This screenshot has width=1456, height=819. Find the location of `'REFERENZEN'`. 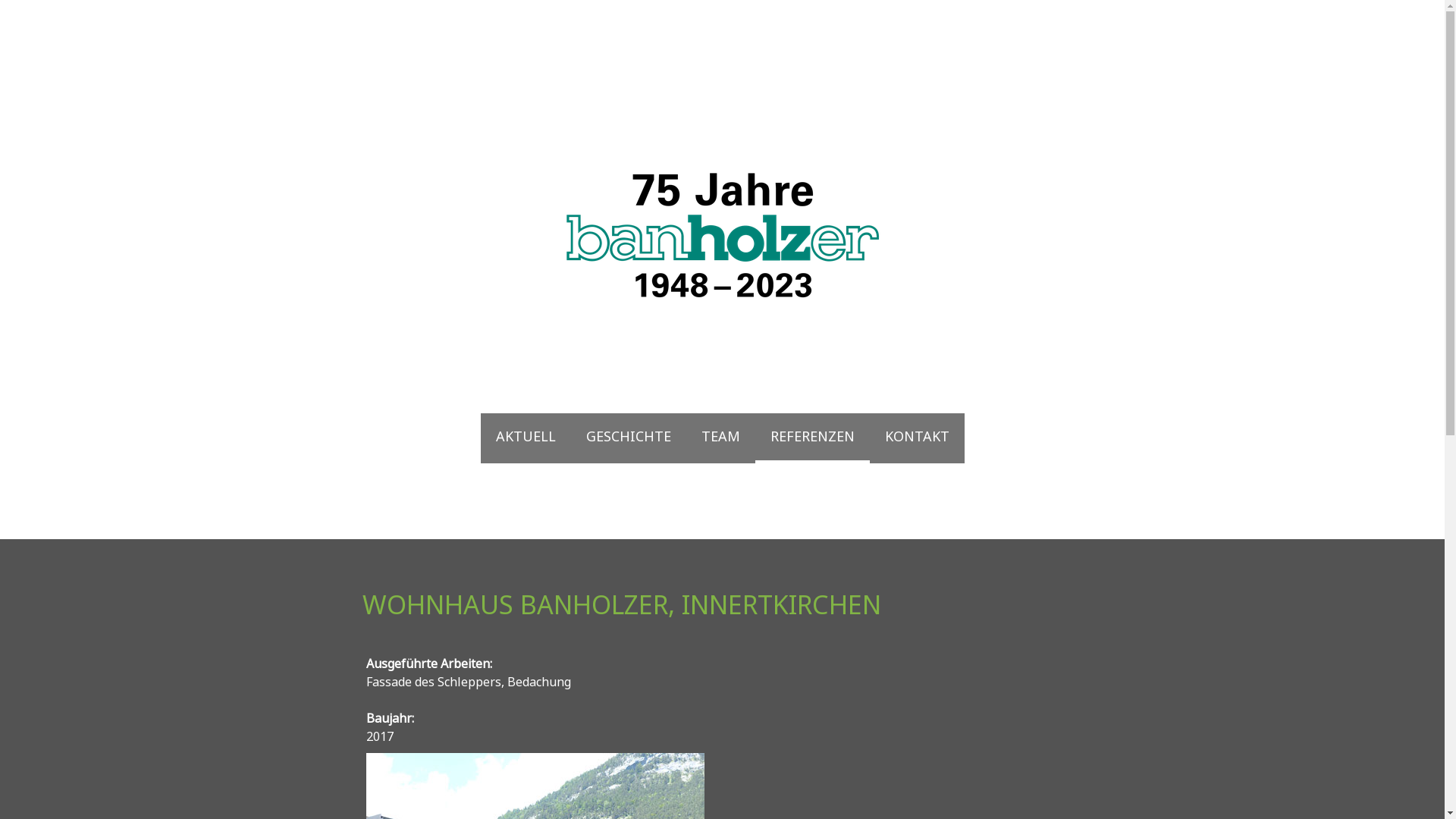

'REFERENZEN' is located at coordinates (811, 438).